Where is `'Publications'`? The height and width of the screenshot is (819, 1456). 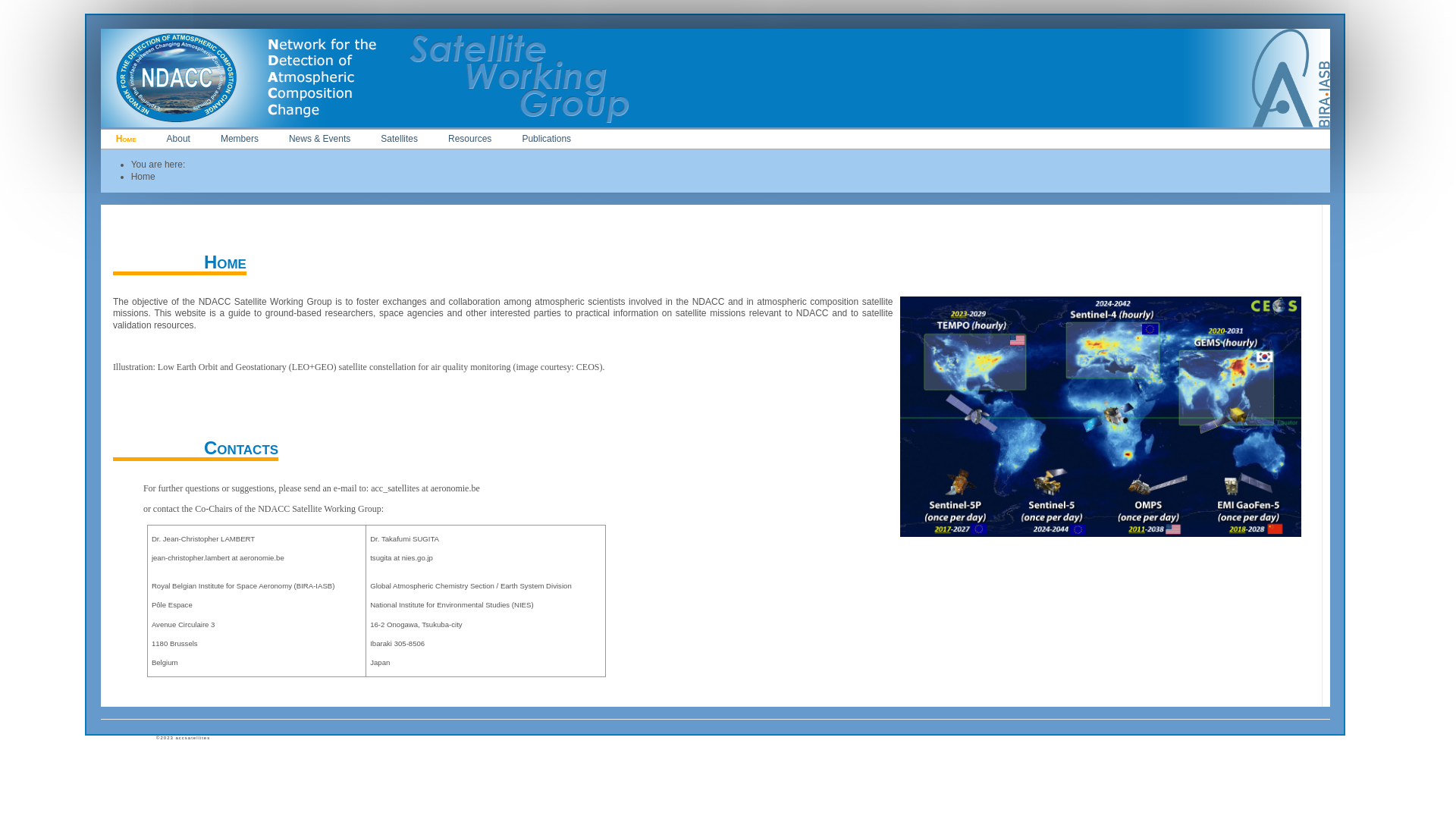
'Publications' is located at coordinates (546, 138).